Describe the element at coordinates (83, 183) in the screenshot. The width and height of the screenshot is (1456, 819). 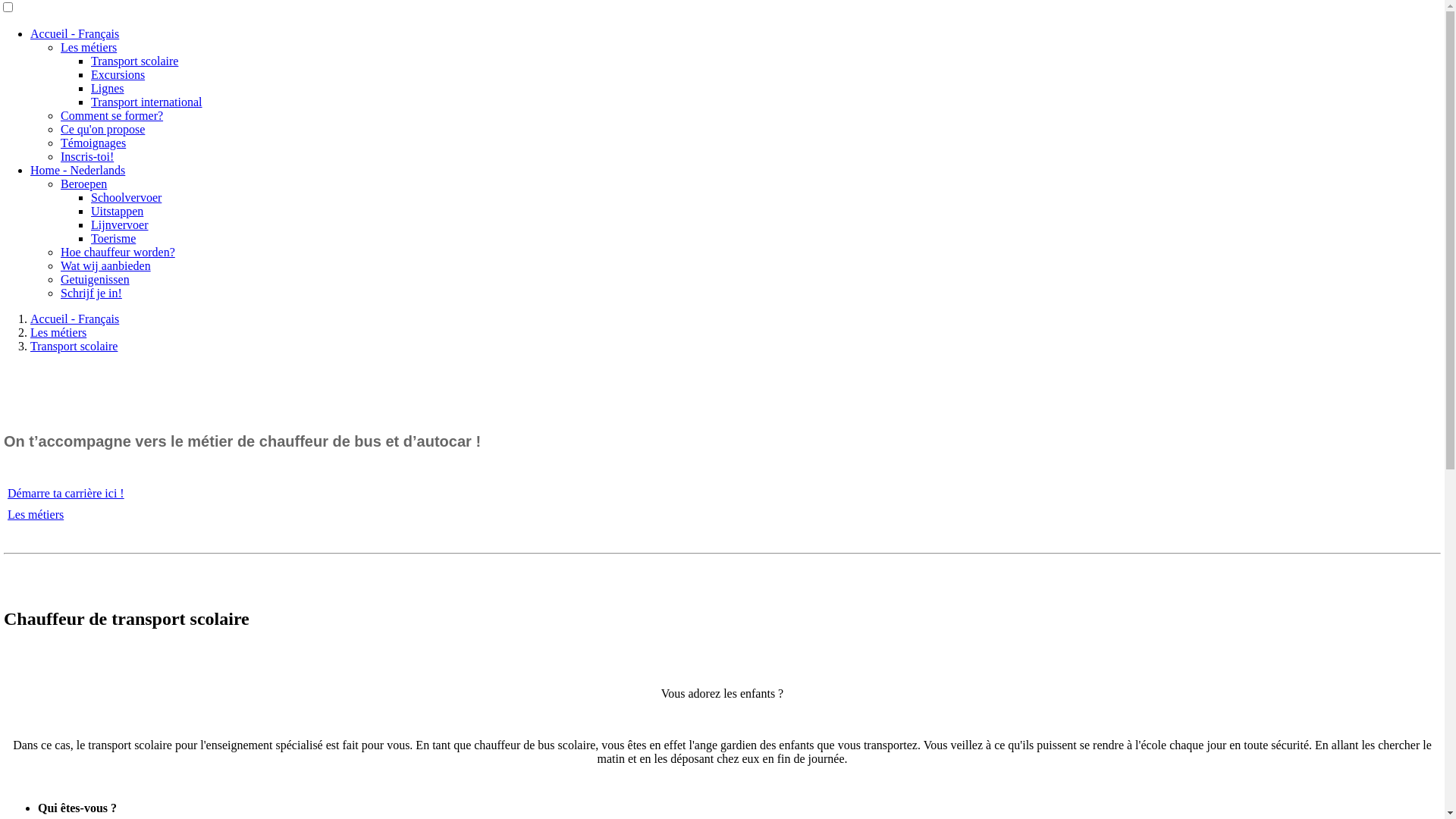
I see `'Beroepen'` at that location.